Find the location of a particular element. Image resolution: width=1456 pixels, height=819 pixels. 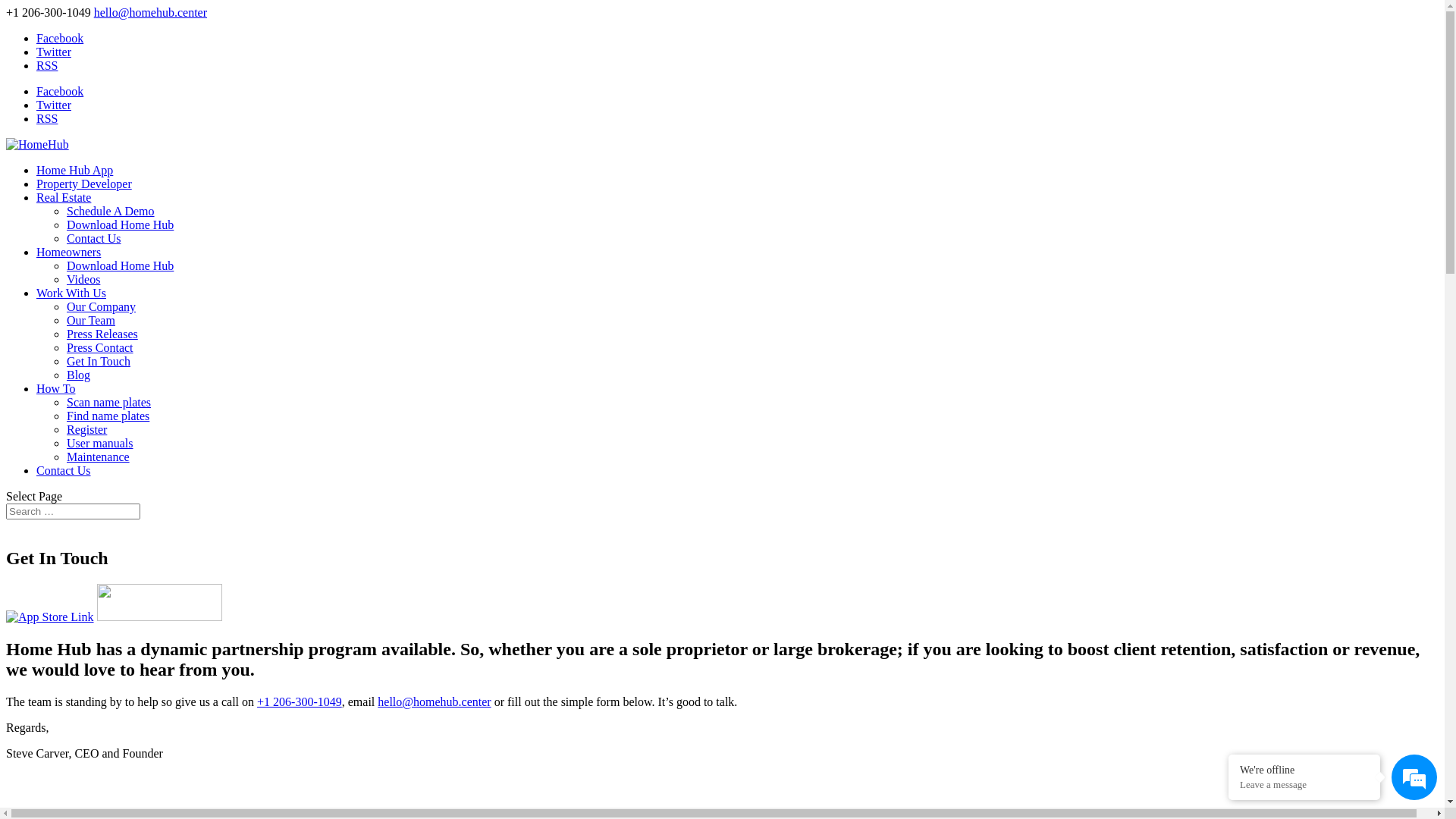

'Our Company' is located at coordinates (100, 306).